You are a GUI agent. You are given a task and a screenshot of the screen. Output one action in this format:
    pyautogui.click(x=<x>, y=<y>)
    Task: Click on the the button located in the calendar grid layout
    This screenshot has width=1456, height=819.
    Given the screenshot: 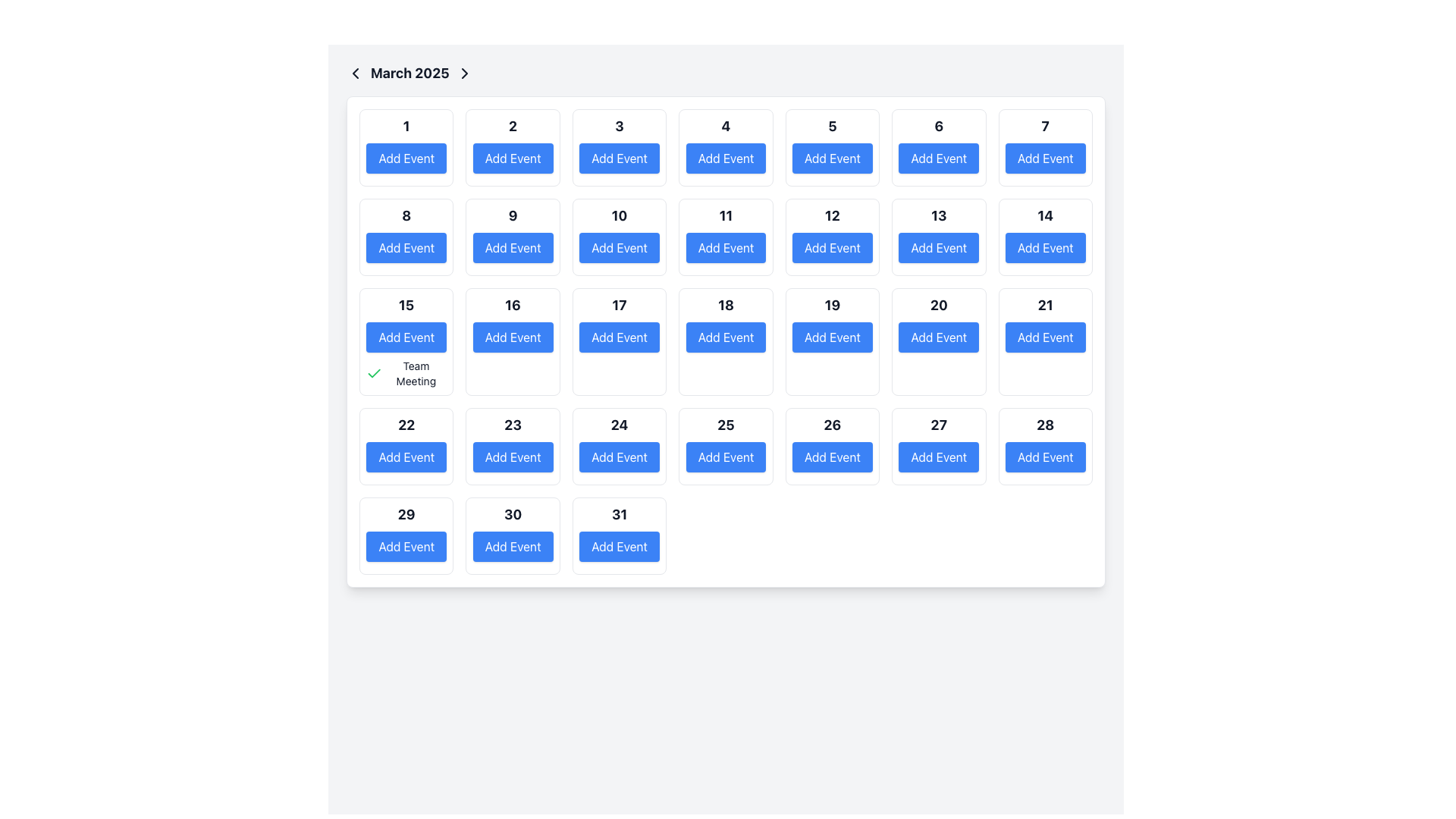 What is the action you would take?
    pyautogui.click(x=513, y=456)
    